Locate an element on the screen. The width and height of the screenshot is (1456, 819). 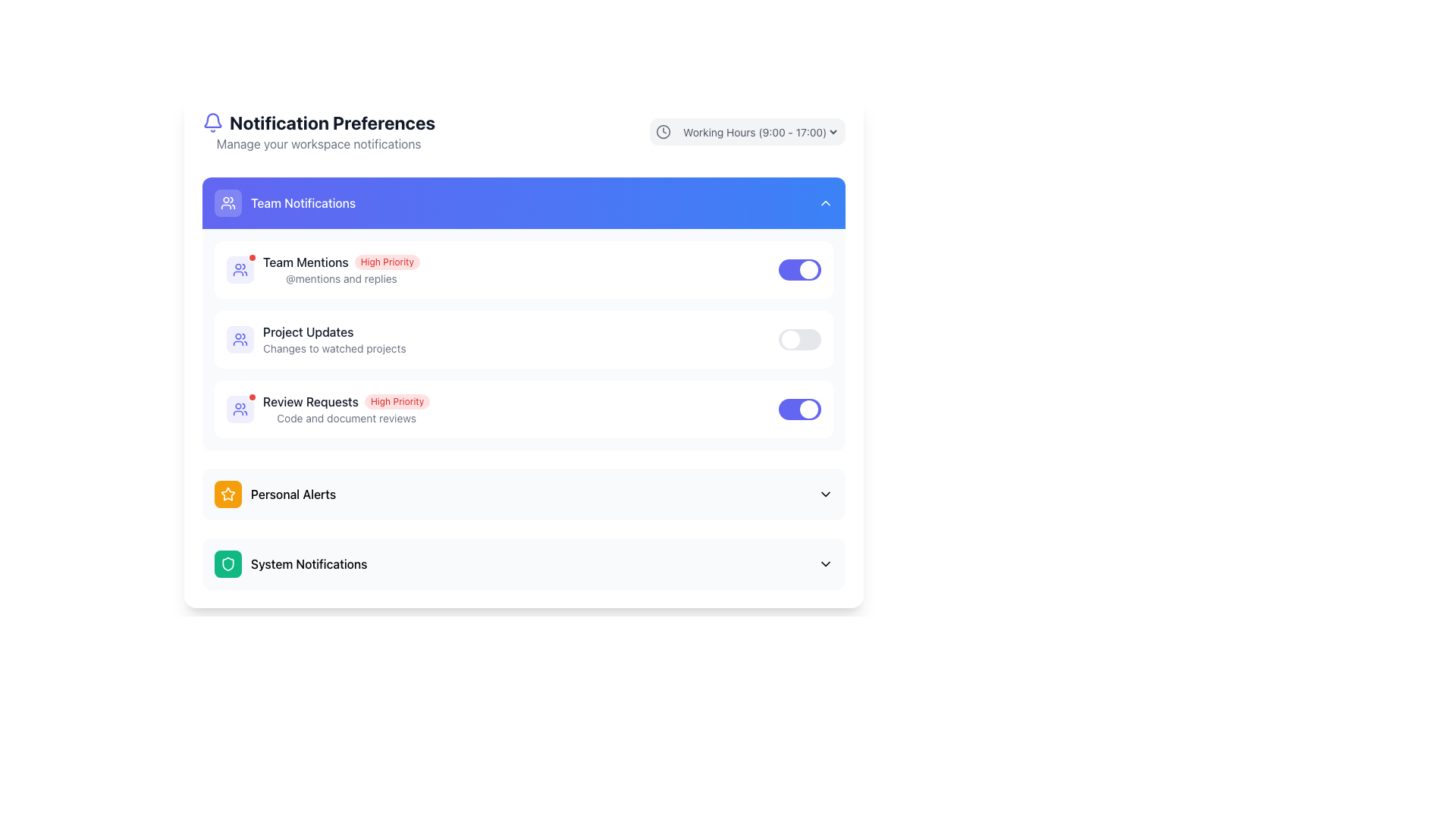
the text block titled 'Project Updates' with the subtitle 'Changes to watched projects' located in the notification preferences section under 'Team Notifications' is located at coordinates (334, 338).